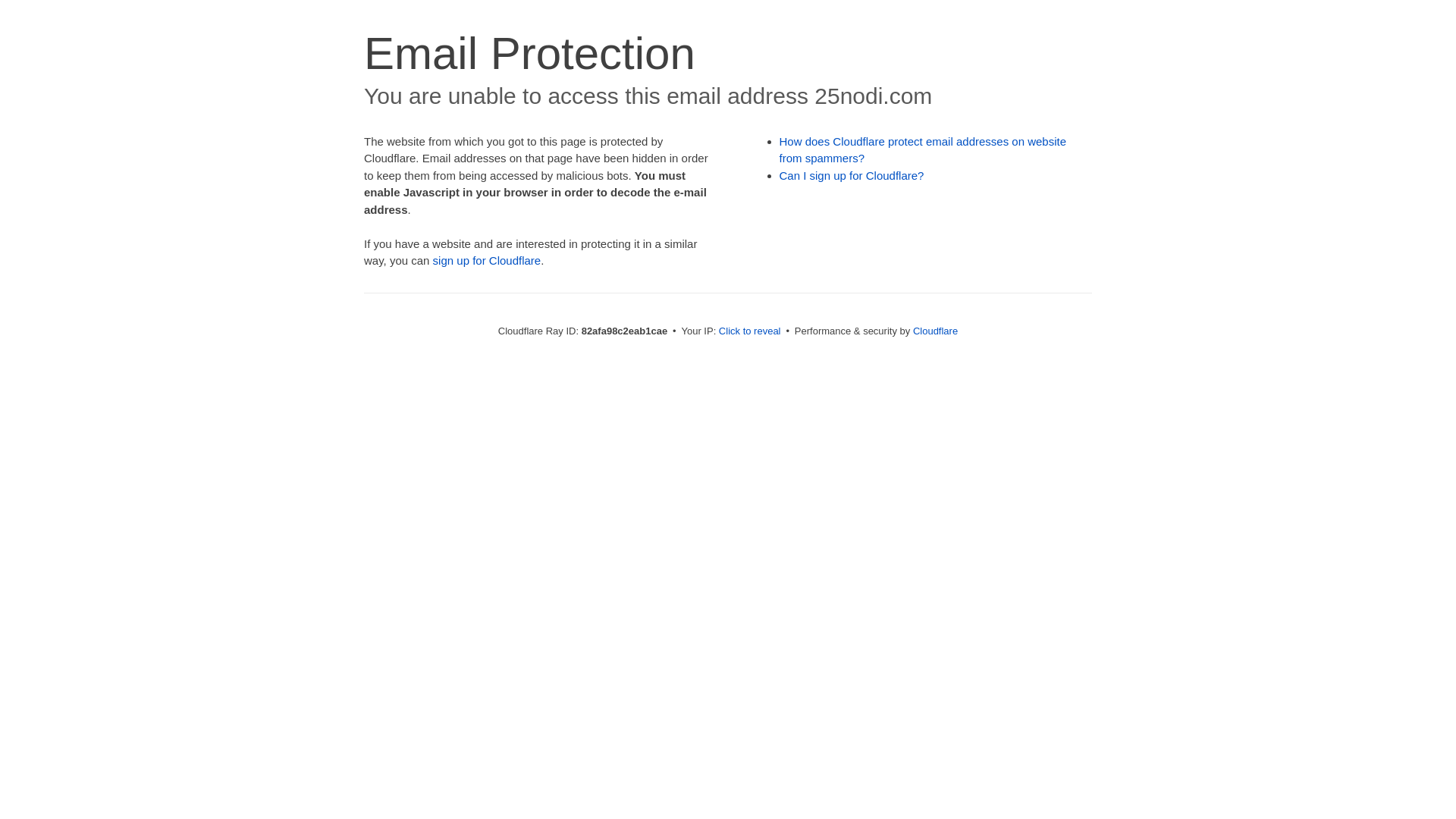  Describe the element at coordinates (749, 330) in the screenshot. I see `'Click to reveal'` at that location.